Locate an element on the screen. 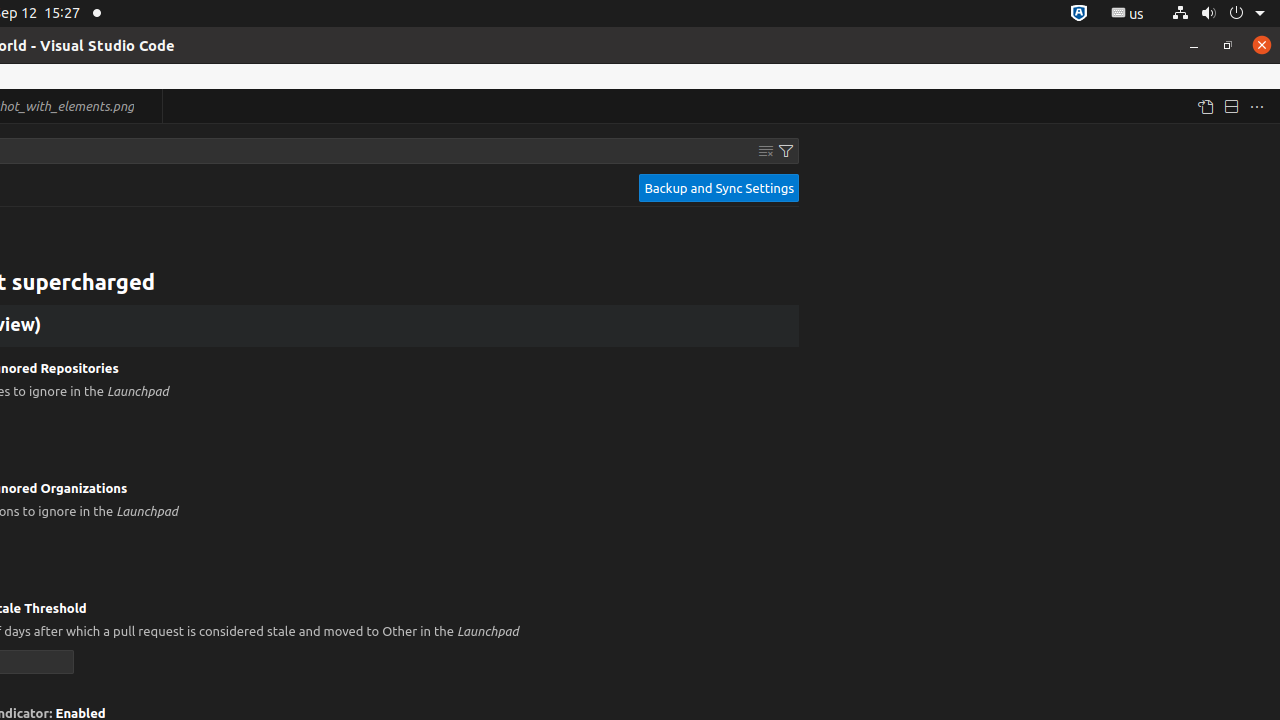  'Open Settings (JSON)' is located at coordinates (1203, 106).